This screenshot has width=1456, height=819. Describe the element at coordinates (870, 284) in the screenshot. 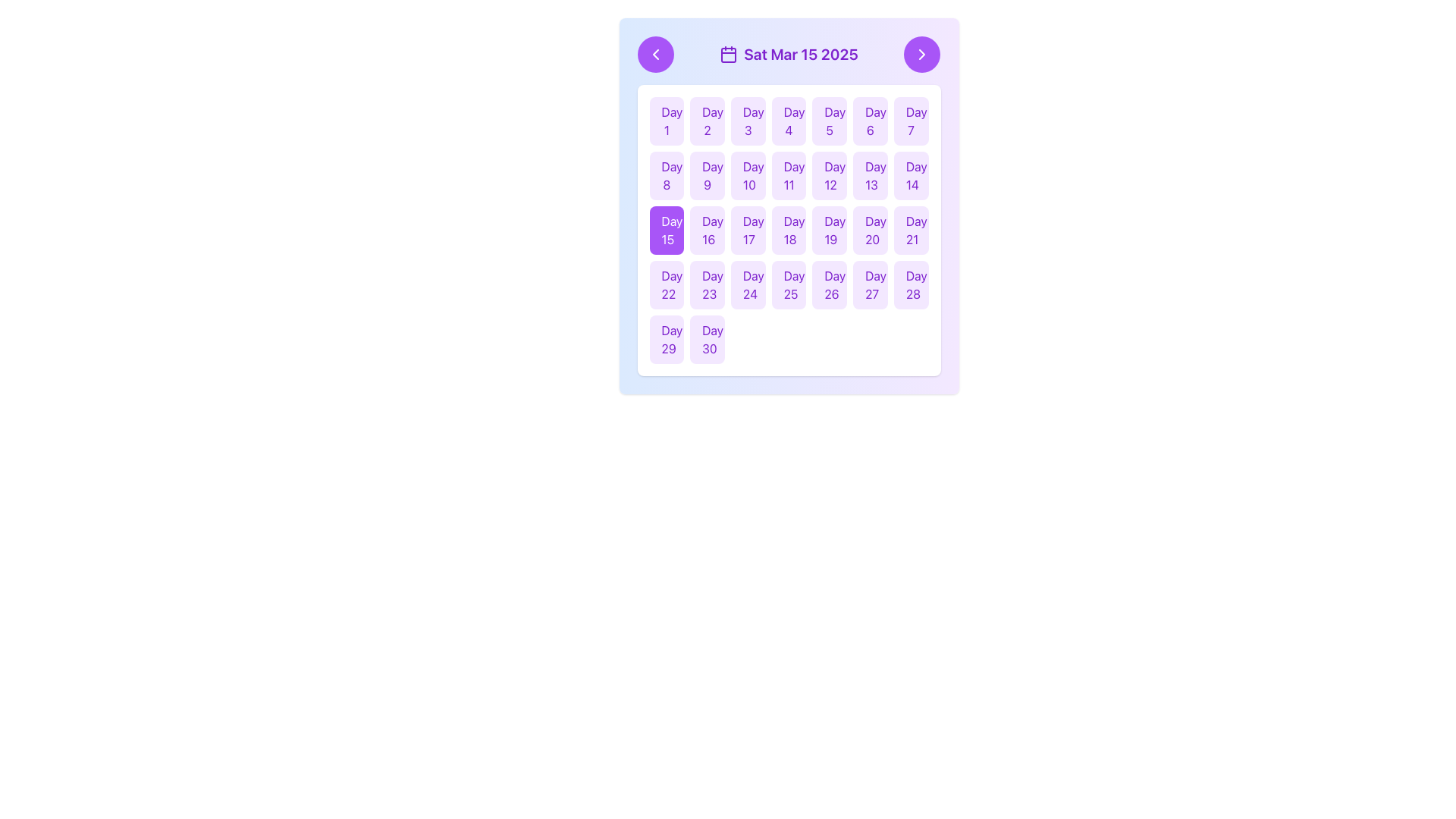

I see `the button representing 'Day 27' in the fourth row, sixth from the left` at that location.